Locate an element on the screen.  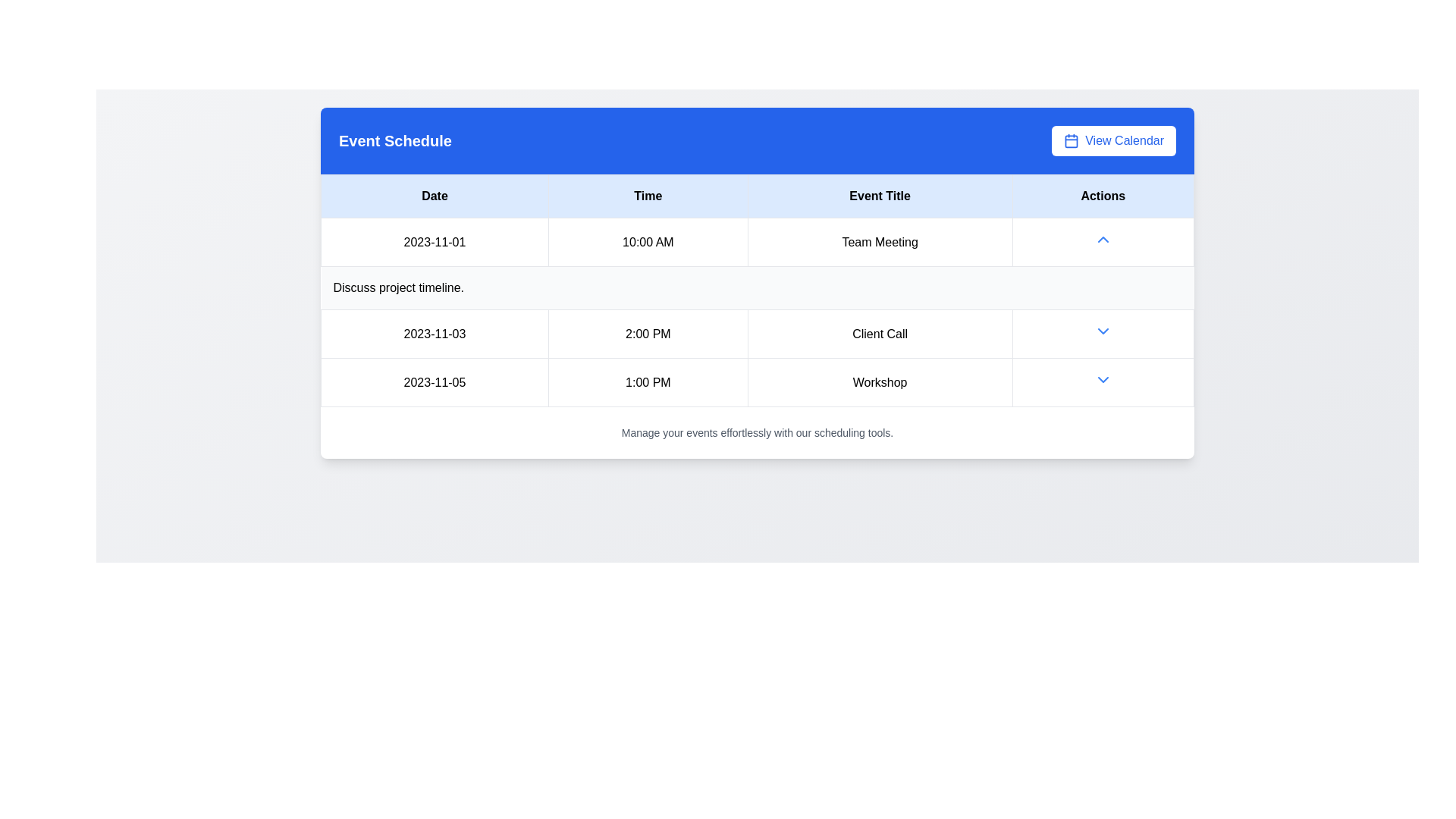
the static text display that shows the date of the corresponding event in the schedule, located in the first row of the 'Date' column in the data table is located at coordinates (434, 241).